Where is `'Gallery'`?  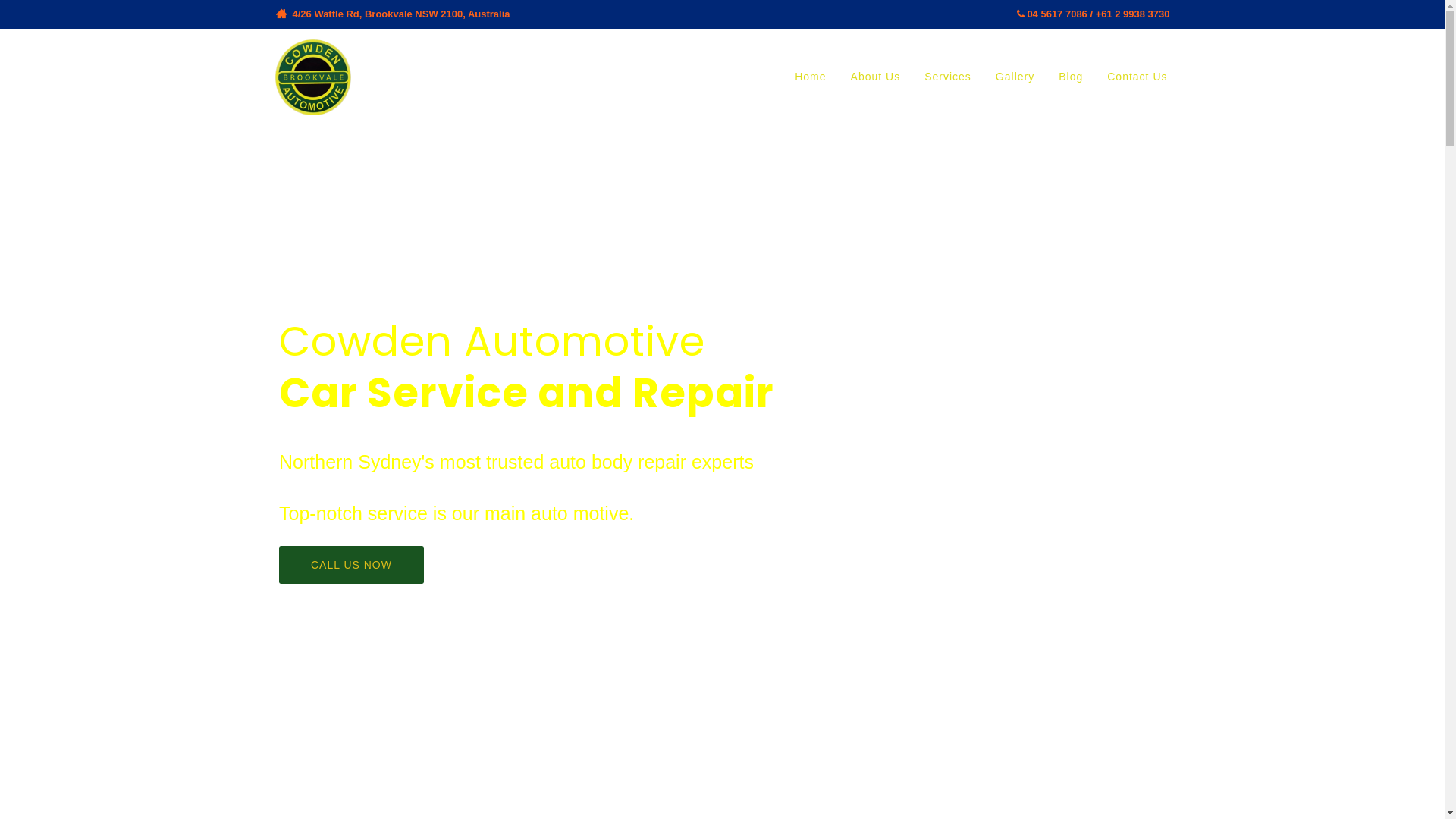
'Gallery' is located at coordinates (1015, 76).